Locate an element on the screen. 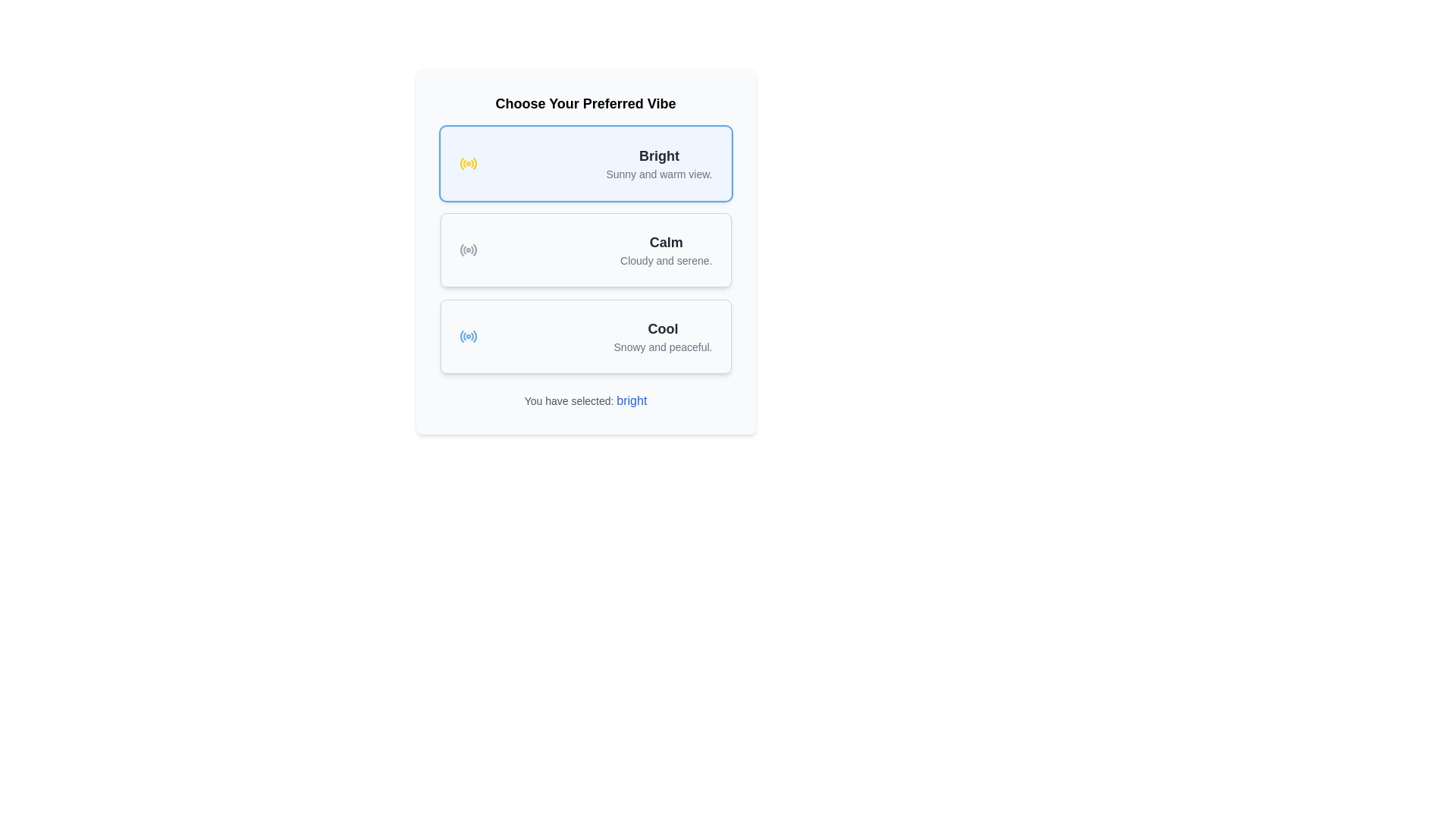  the text label that provides additional descriptive information about the 'Bright' option in the vertical selection list, which is located directly below the title 'Bright' and within a blue border is located at coordinates (659, 174).